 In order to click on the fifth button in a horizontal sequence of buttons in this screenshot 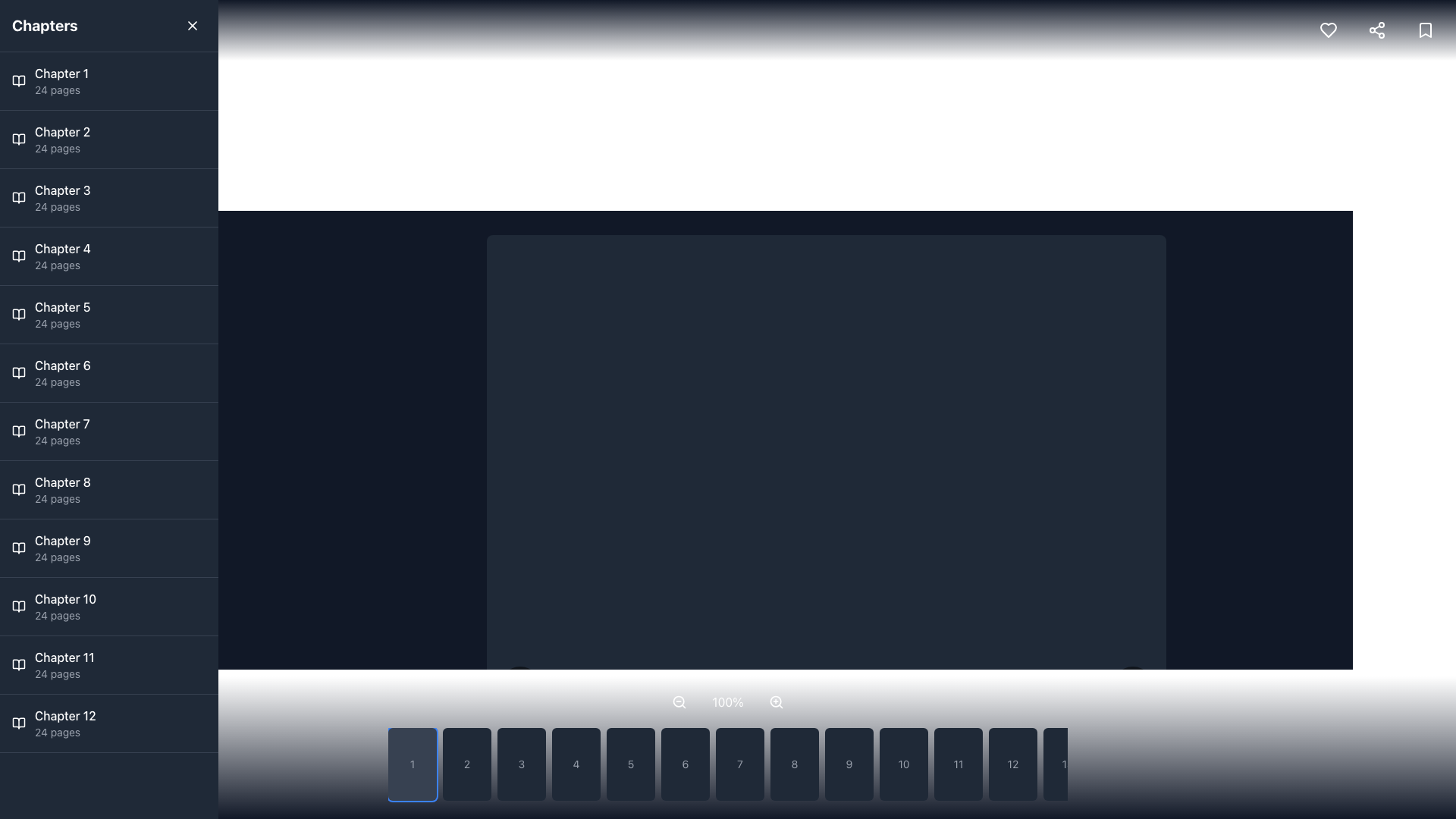, I will do `click(630, 764)`.